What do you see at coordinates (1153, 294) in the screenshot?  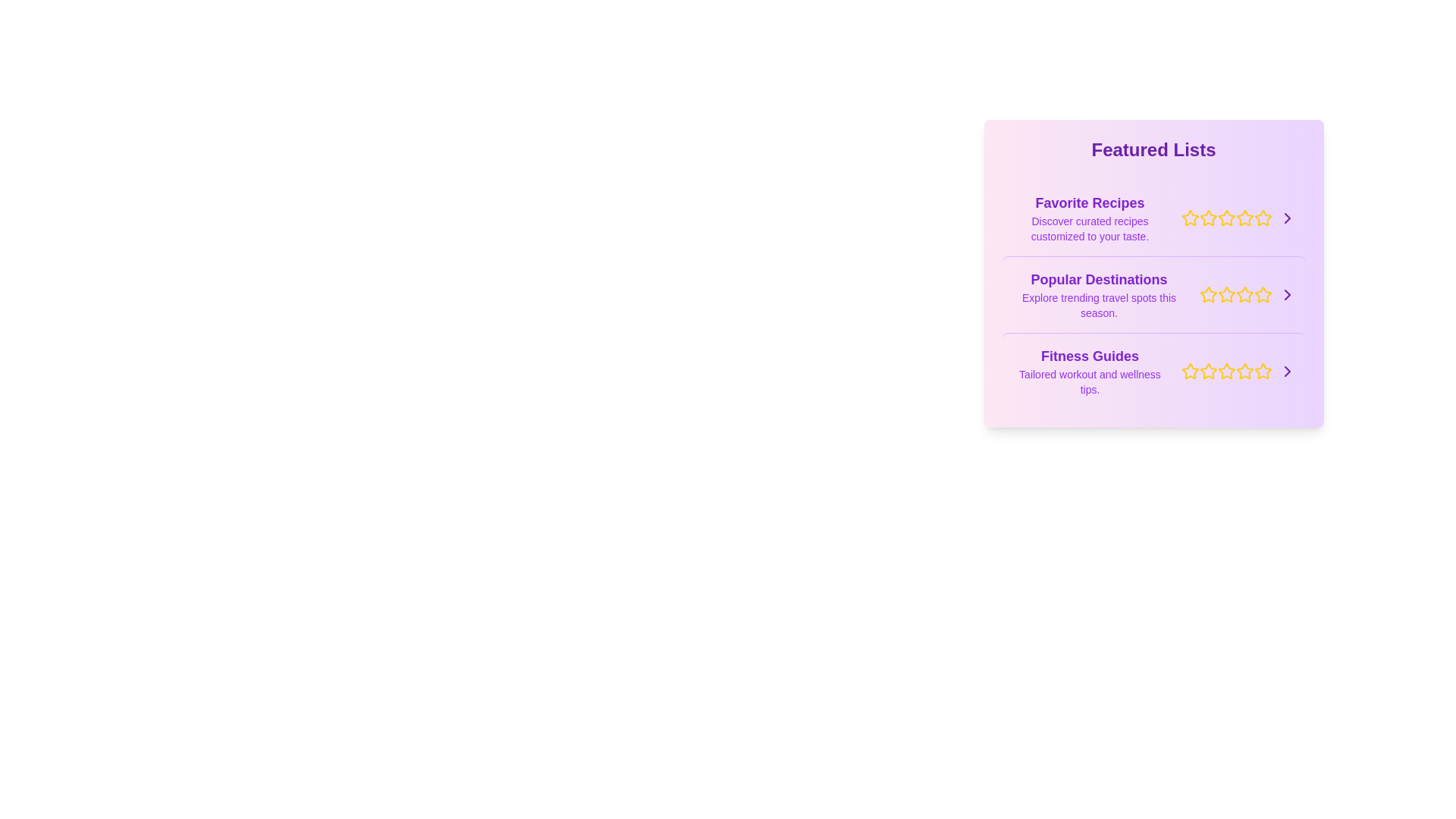 I see `the list item labeled 'Popular Destinations' to select it` at bounding box center [1153, 294].